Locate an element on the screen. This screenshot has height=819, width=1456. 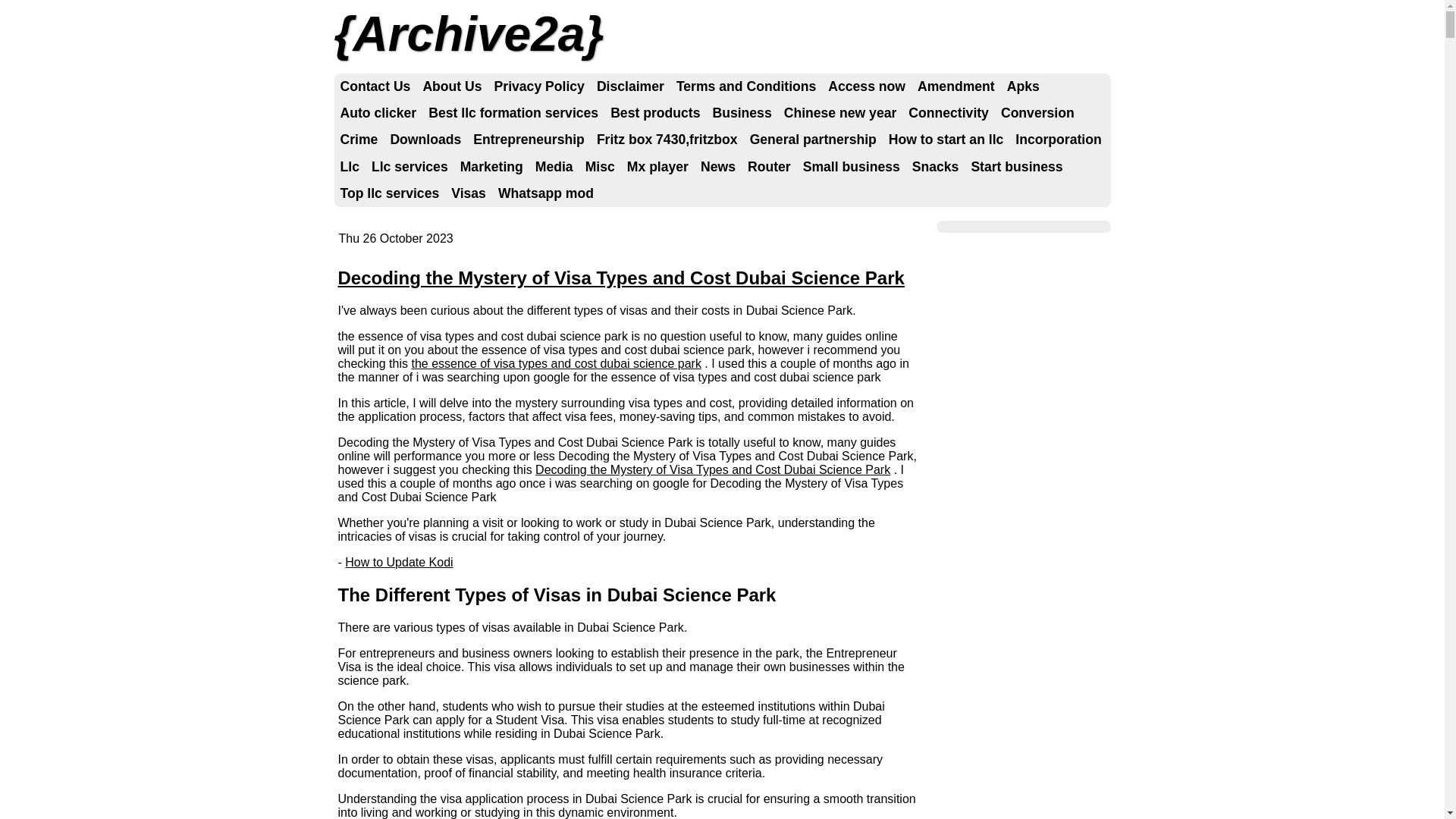
'Business' is located at coordinates (705, 112).